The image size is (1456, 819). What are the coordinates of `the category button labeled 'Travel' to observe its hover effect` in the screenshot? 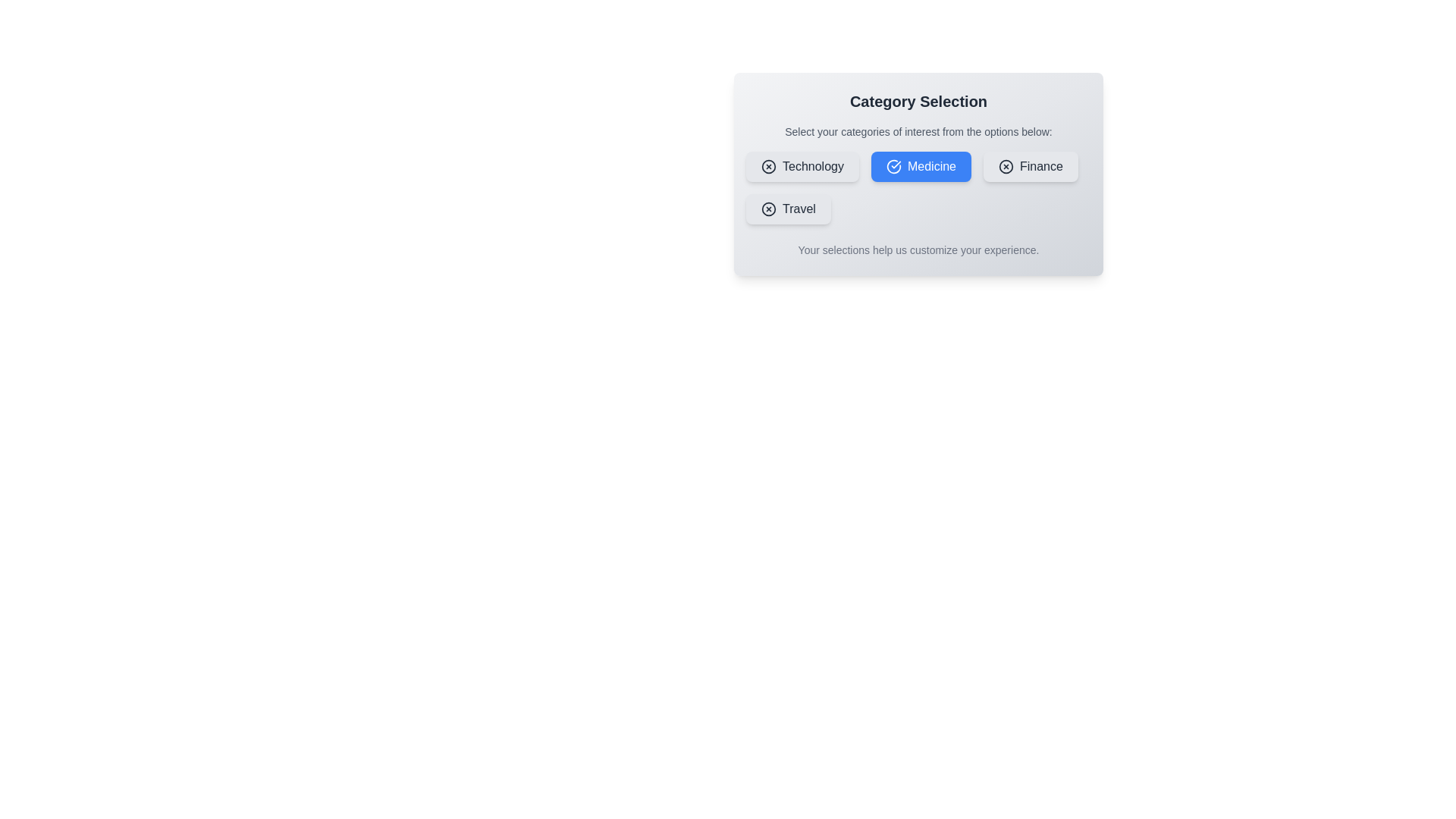 It's located at (787, 209).